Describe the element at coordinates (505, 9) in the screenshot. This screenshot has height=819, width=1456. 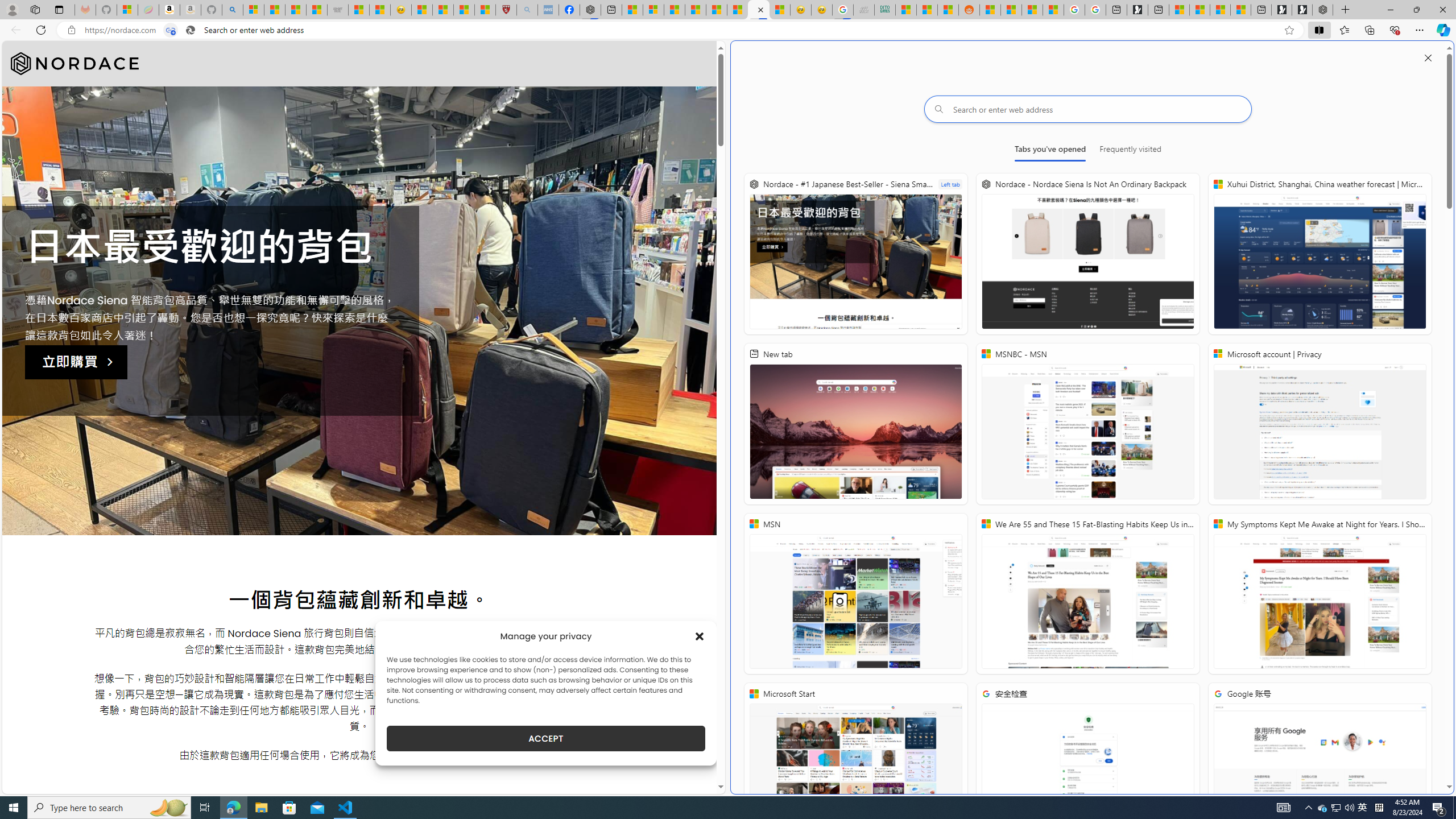
I see `'Robert H. Shmerling, MD - Harvard Health'` at that location.